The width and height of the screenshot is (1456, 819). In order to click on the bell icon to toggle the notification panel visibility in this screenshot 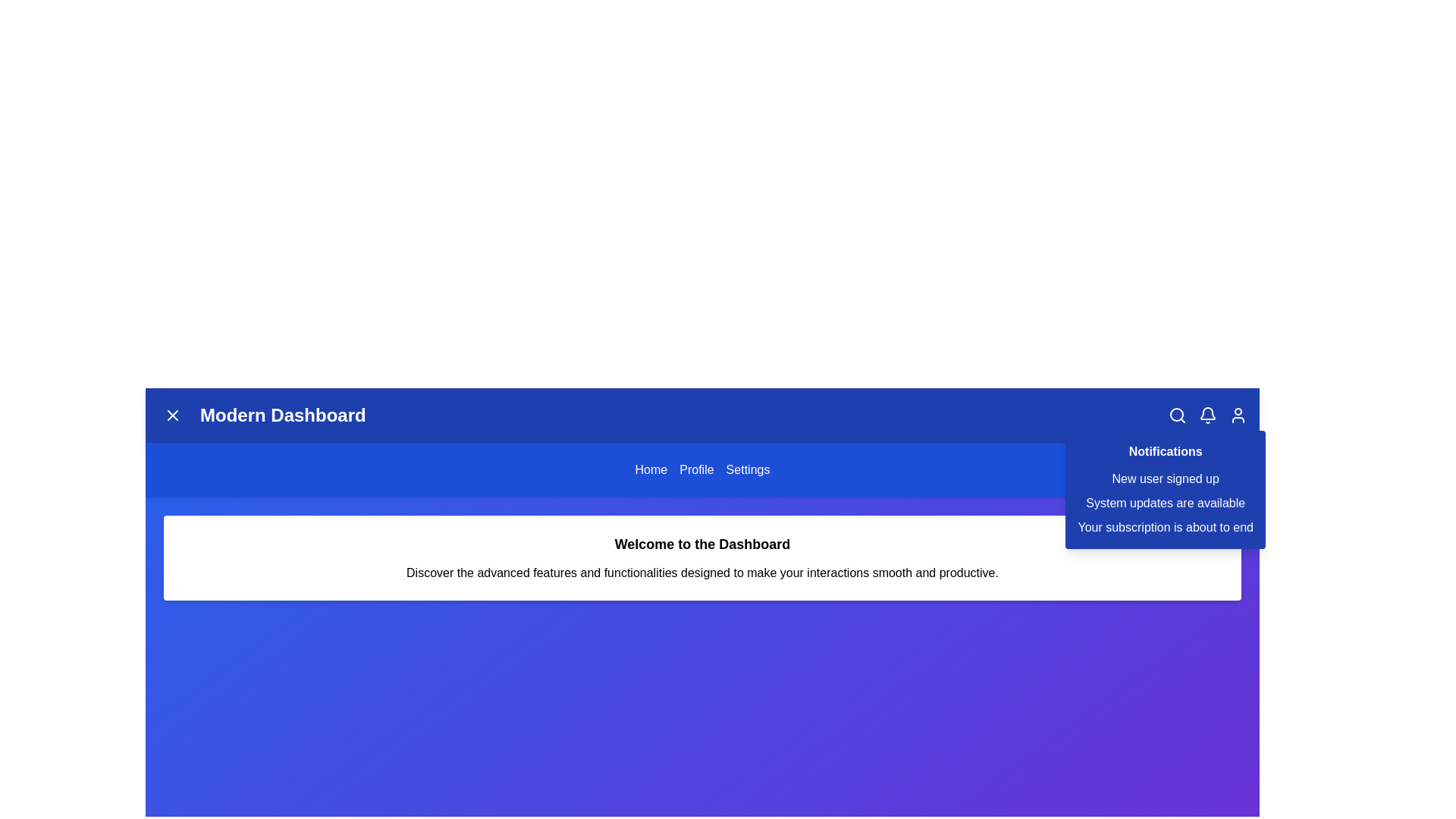, I will do `click(1207, 415)`.